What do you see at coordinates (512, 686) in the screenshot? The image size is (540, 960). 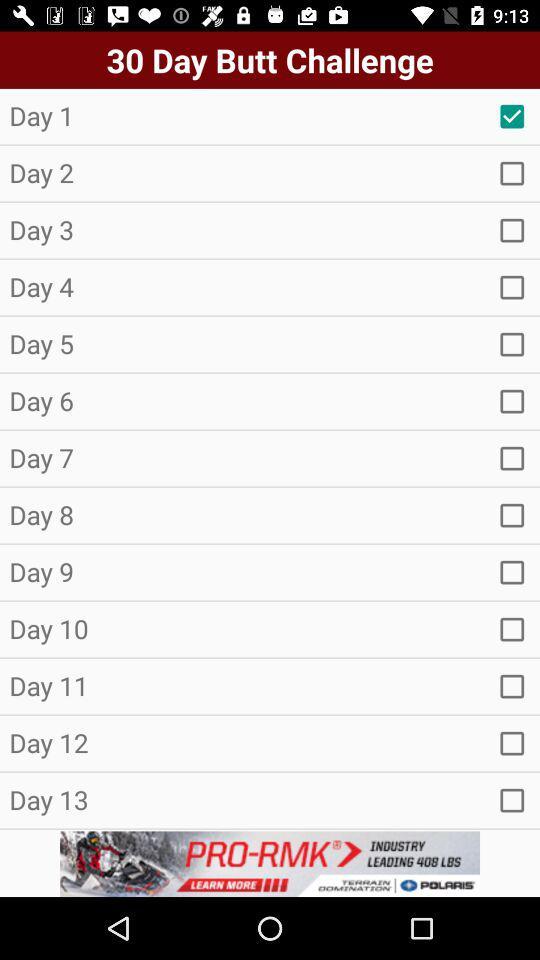 I see `option` at bounding box center [512, 686].